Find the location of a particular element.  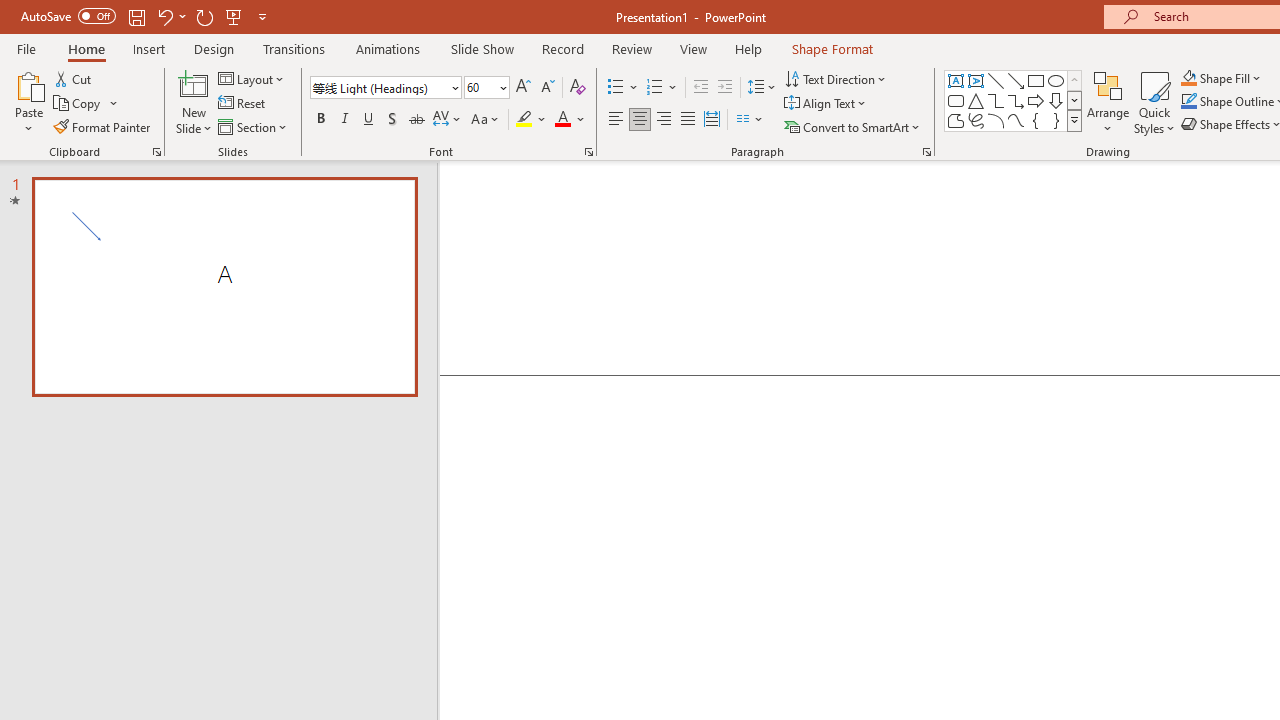

'Slide A' is located at coordinates (224, 286).